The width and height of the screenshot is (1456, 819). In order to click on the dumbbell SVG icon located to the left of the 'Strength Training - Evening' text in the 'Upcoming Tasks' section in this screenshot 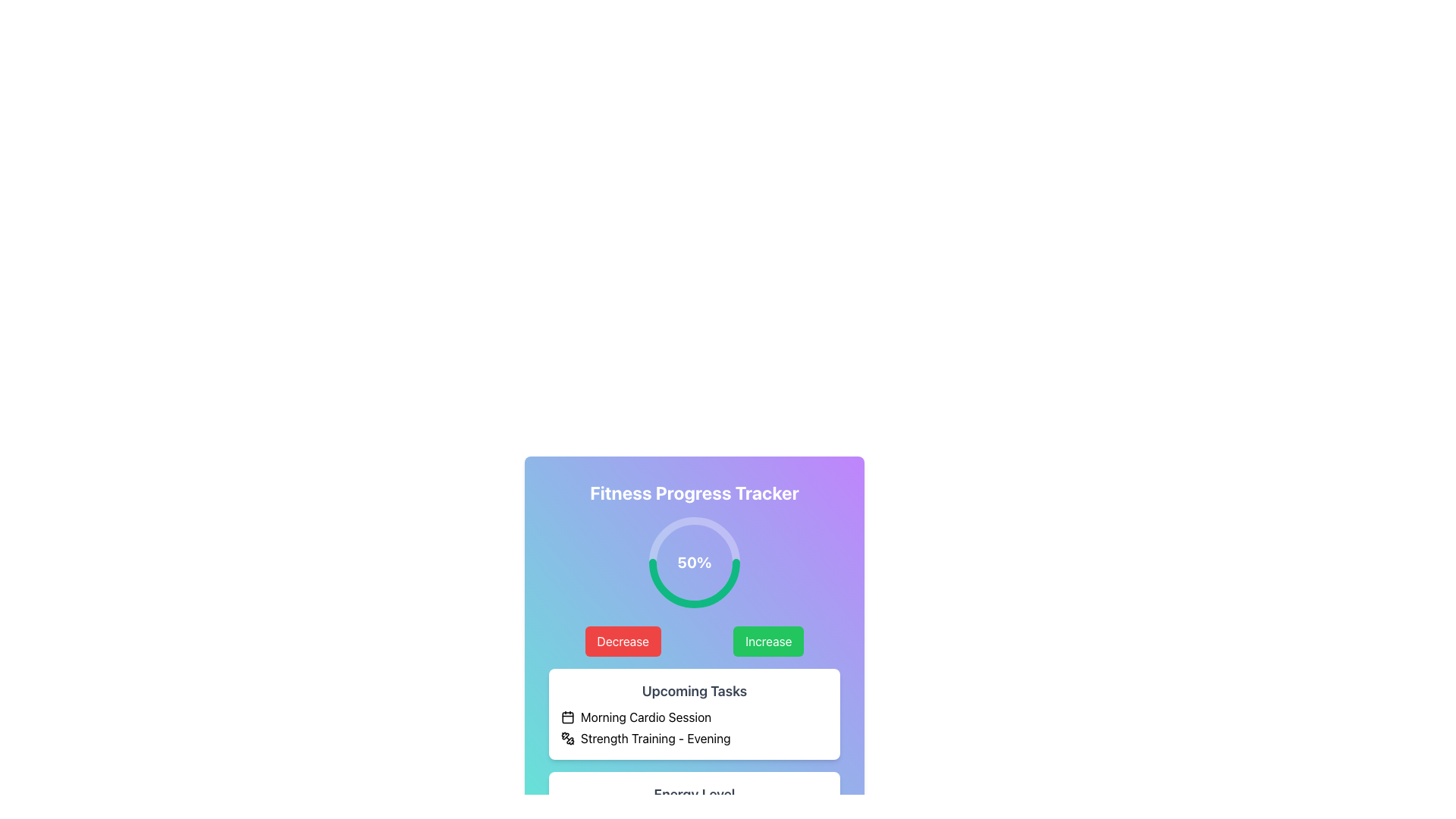, I will do `click(566, 738)`.